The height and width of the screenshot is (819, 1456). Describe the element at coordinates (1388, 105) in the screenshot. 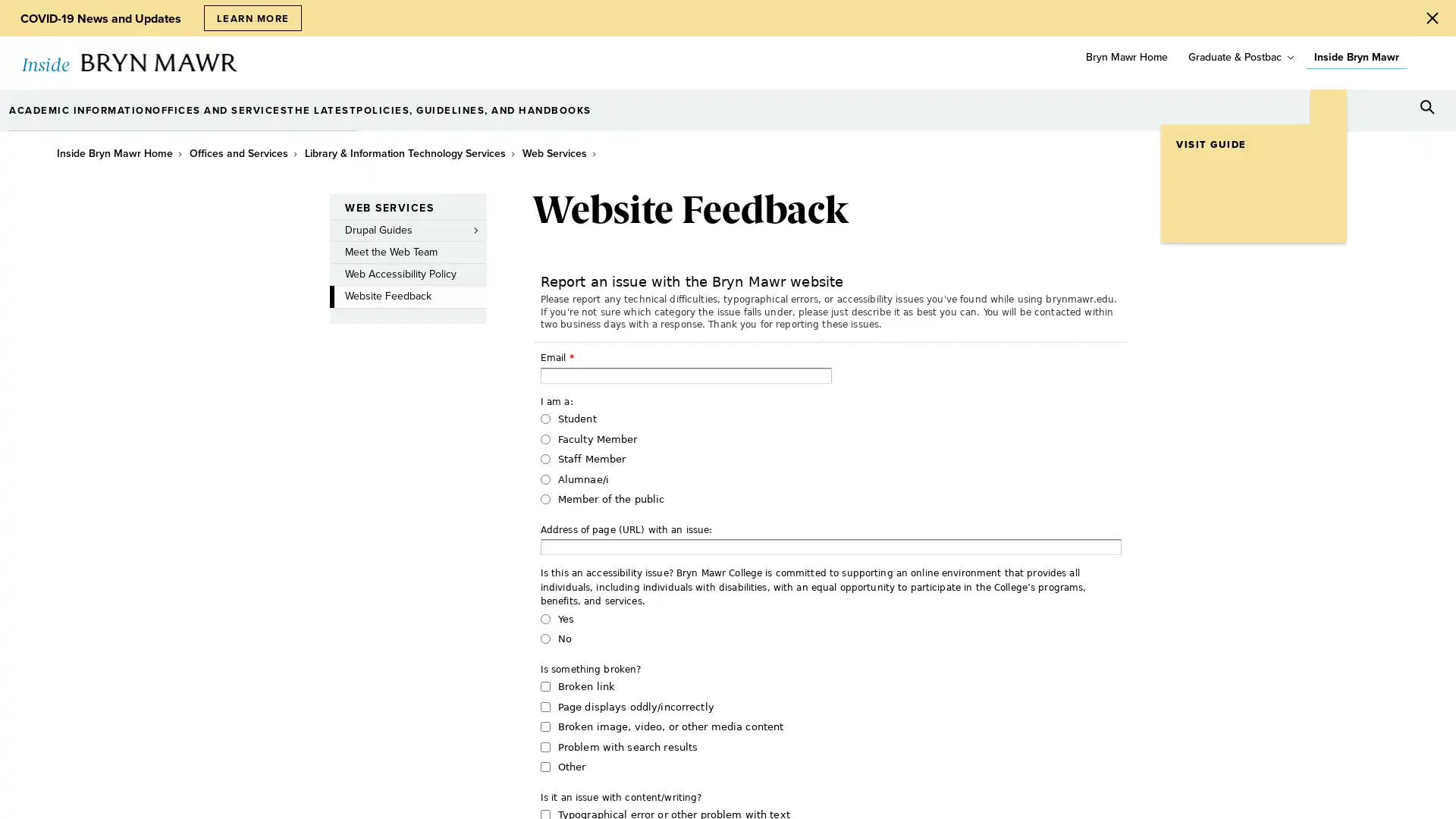

I see `Open Resources menu` at that location.